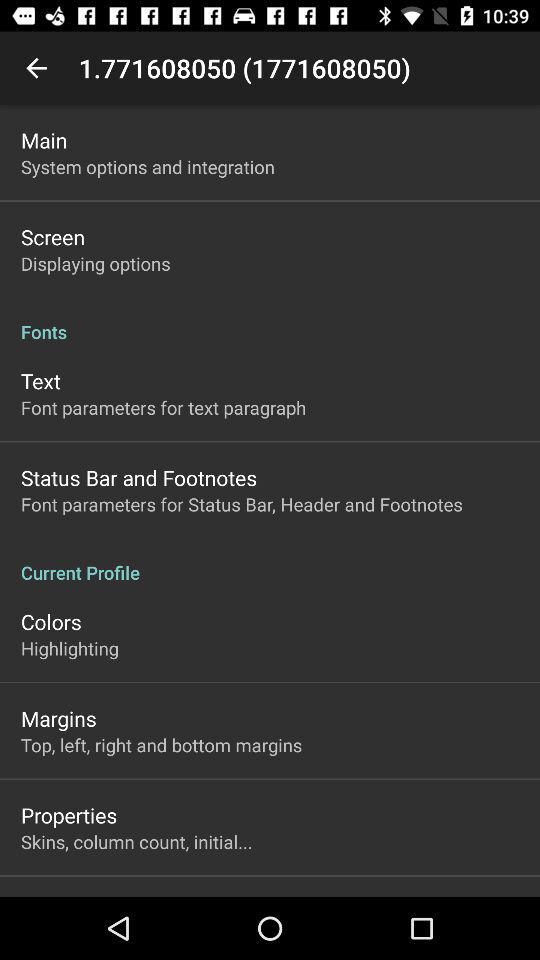 Image resolution: width=540 pixels, height=960 pixels. I want to click on current profile icon, so click(270, 562).